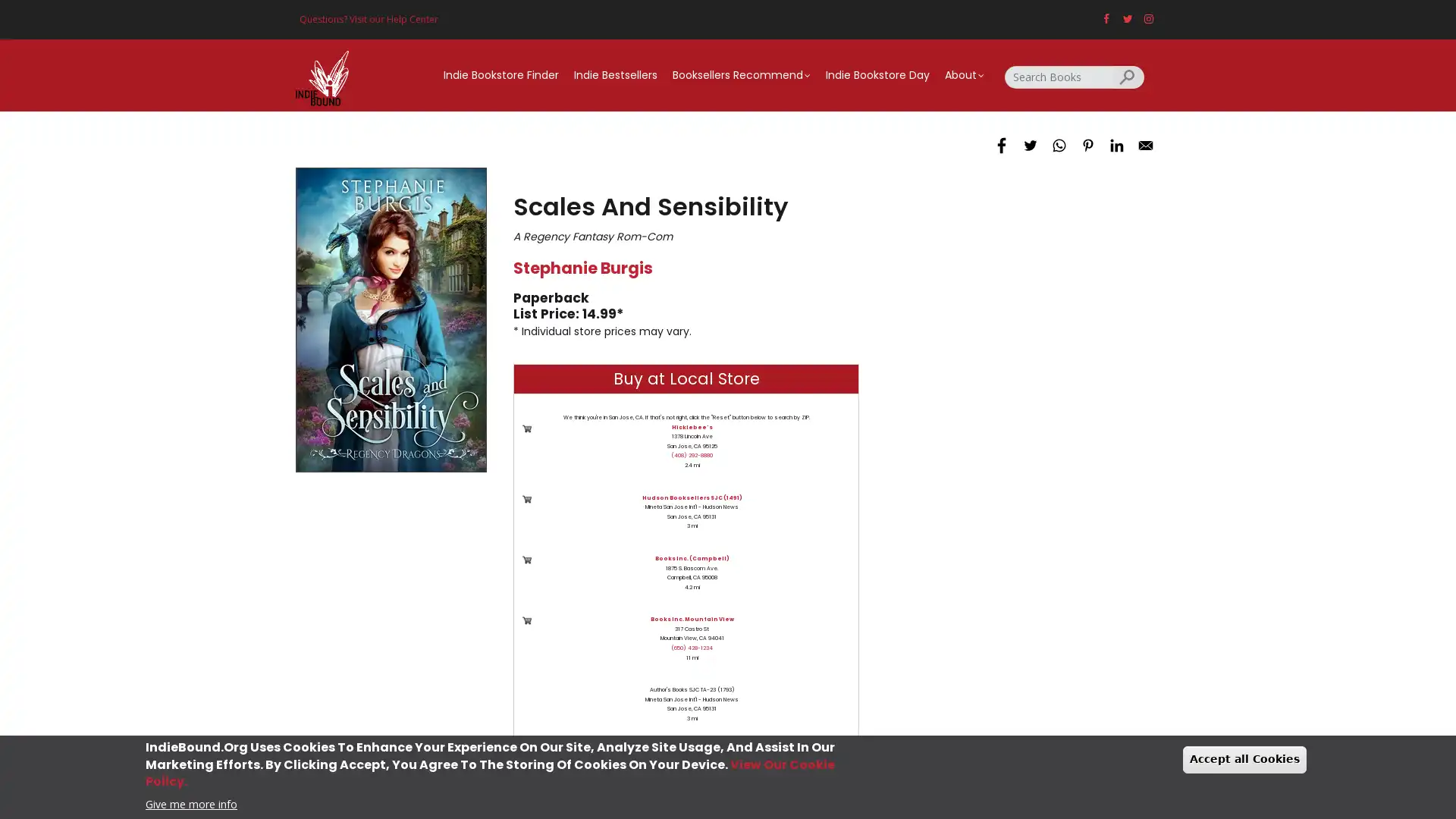 This screenshot has height=819, width=1456. Describe the element at coordinates (1128, 76) in the screenshot. I see `Search` at that location.